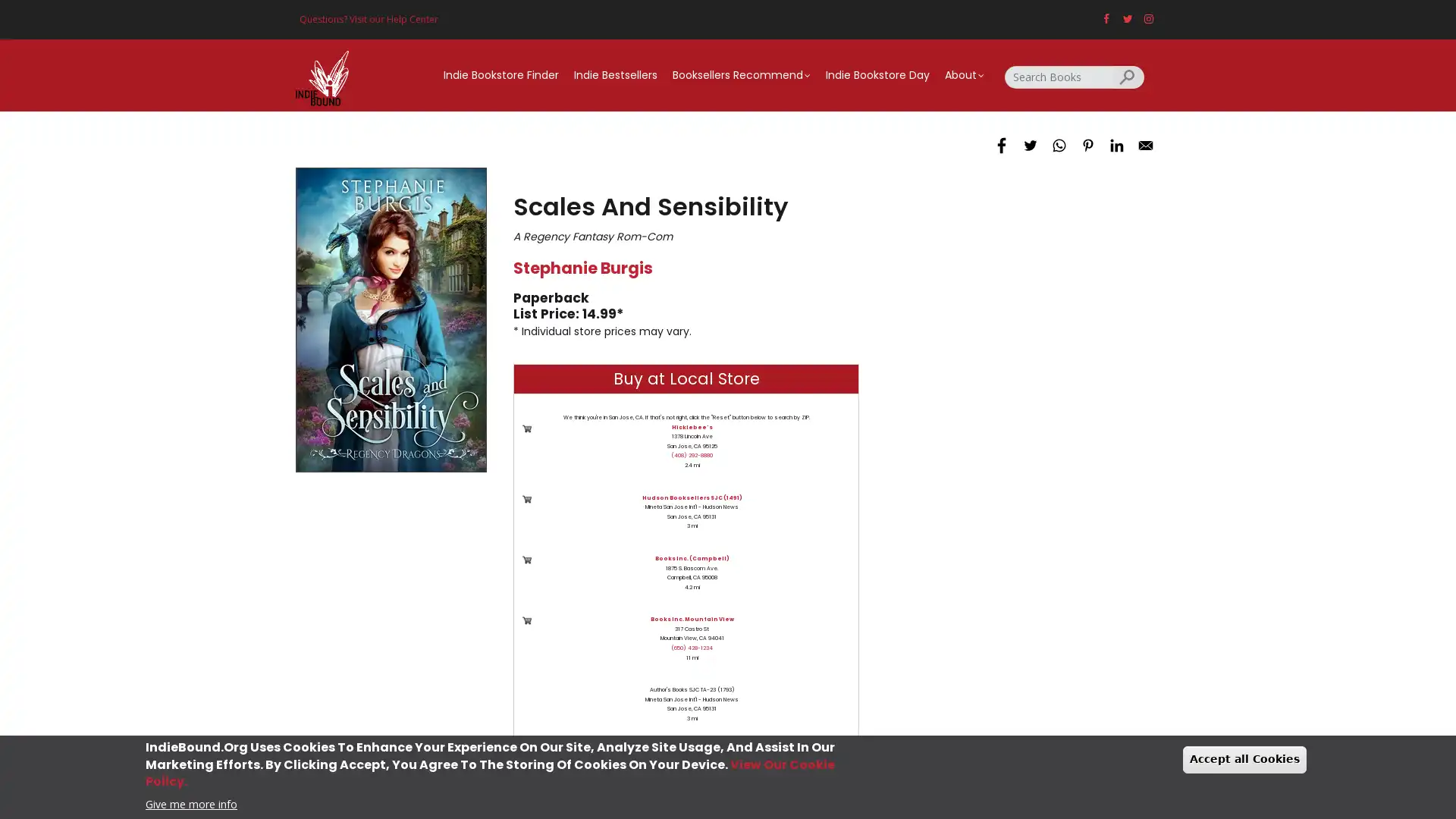 This screenshot has height=819, width=1456. Describe the element at coordinates (1128, 76) in the screenshot. I see `Search` at that location.